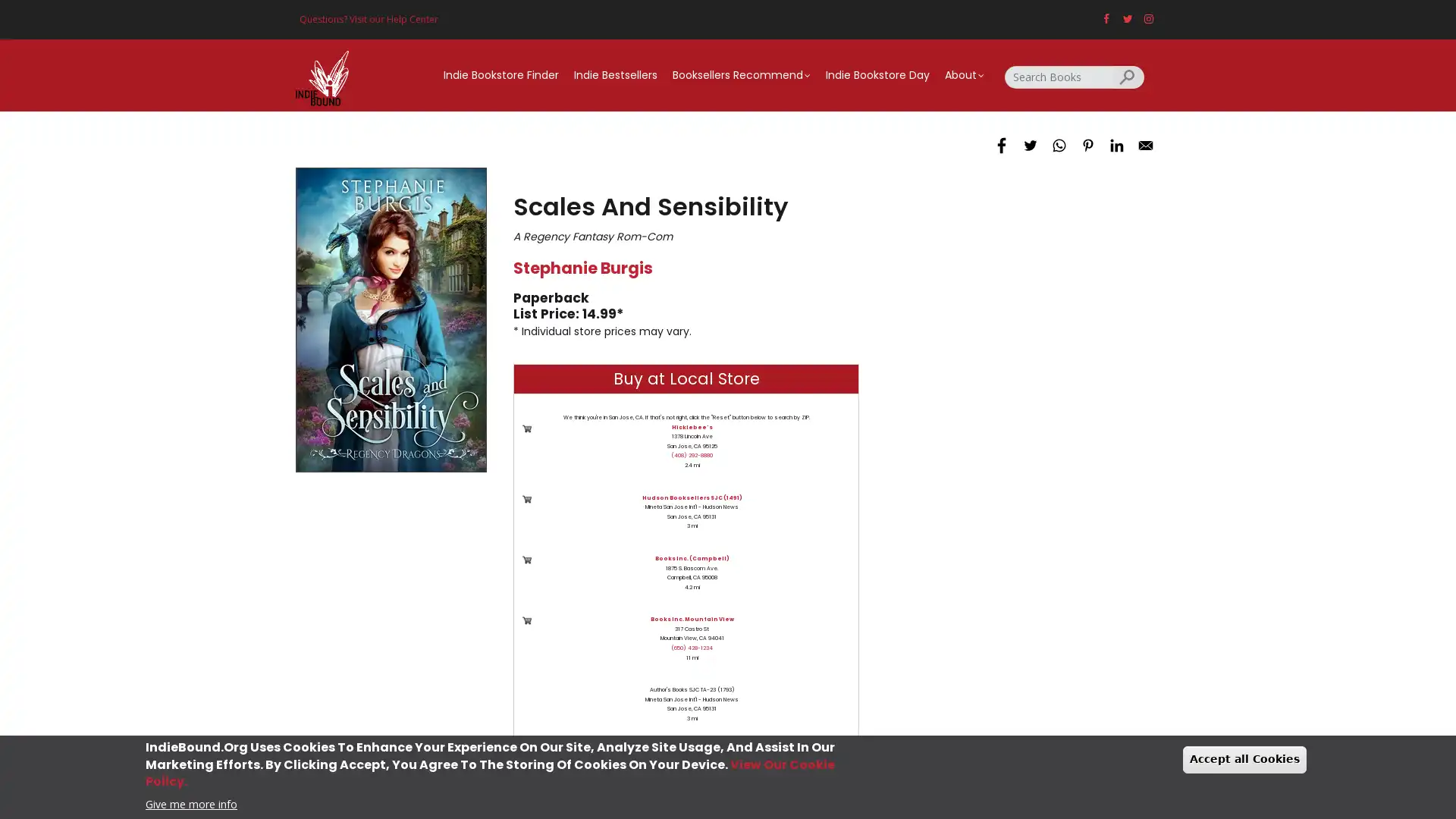 This screenshot has height=819, width=1456. Describe the element at coordinates (1128, 76) in the screenshot. I see `Search` at that location.